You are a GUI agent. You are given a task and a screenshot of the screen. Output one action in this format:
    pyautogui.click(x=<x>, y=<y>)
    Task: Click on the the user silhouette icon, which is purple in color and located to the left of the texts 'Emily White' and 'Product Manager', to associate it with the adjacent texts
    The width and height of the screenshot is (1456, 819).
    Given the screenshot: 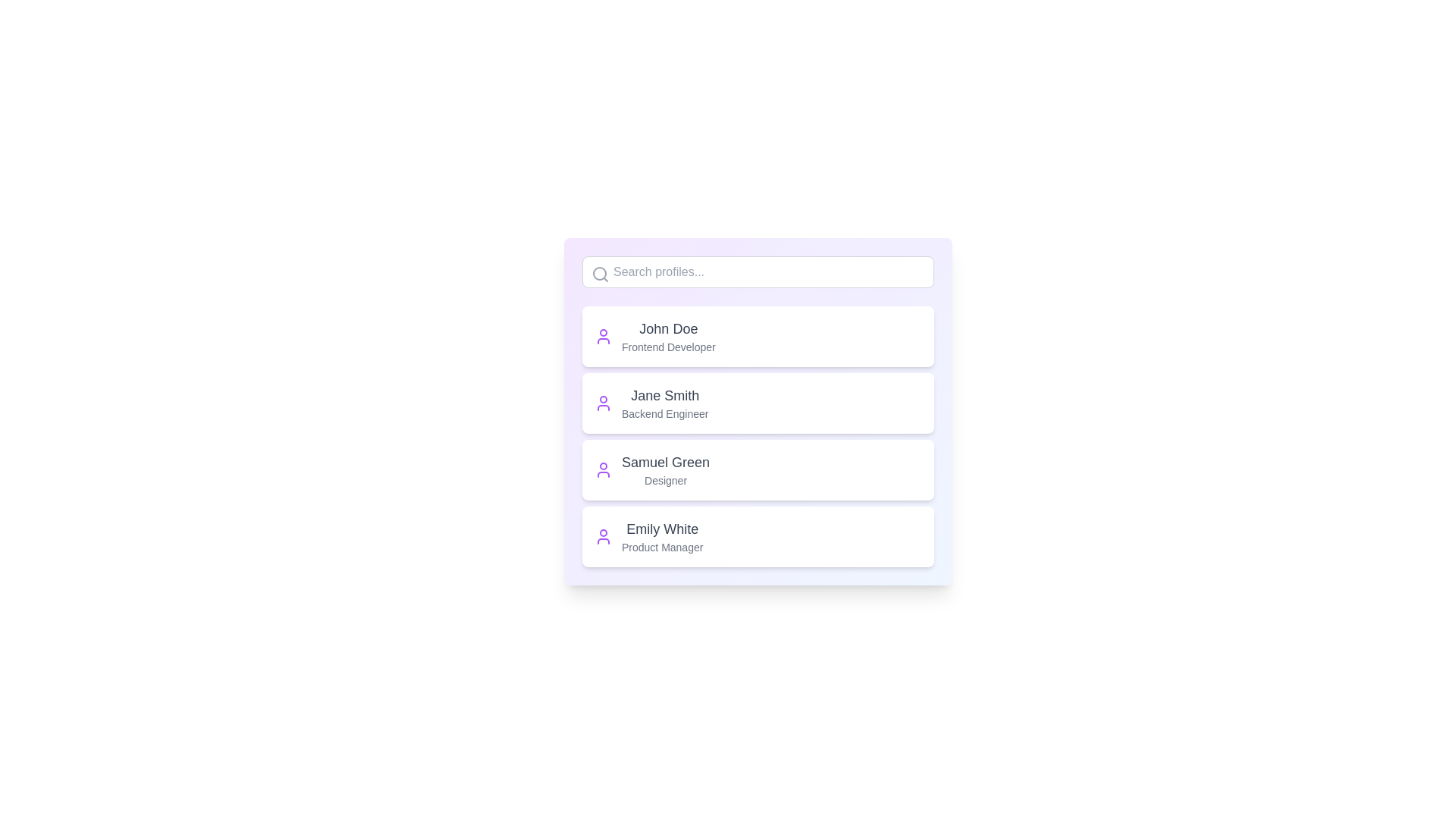 What is the action you would take?
    pyautogui.click(x=603, y=536)
    